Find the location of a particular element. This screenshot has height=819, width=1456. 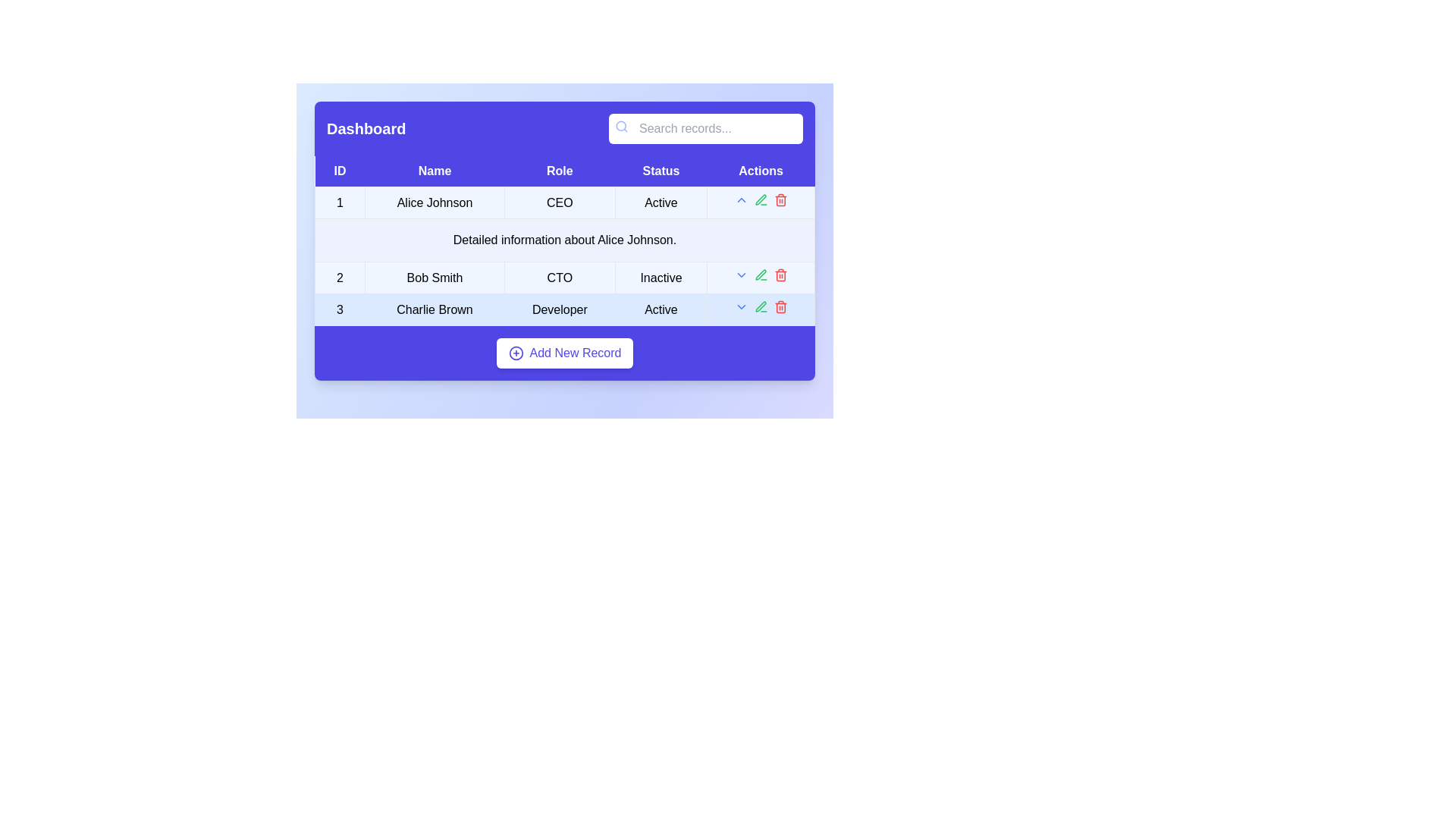

the text label that displays 'Name' in white font on a purple background, positioned between the 'ID' and 'Role' labels is located at coordinates (434, 171).